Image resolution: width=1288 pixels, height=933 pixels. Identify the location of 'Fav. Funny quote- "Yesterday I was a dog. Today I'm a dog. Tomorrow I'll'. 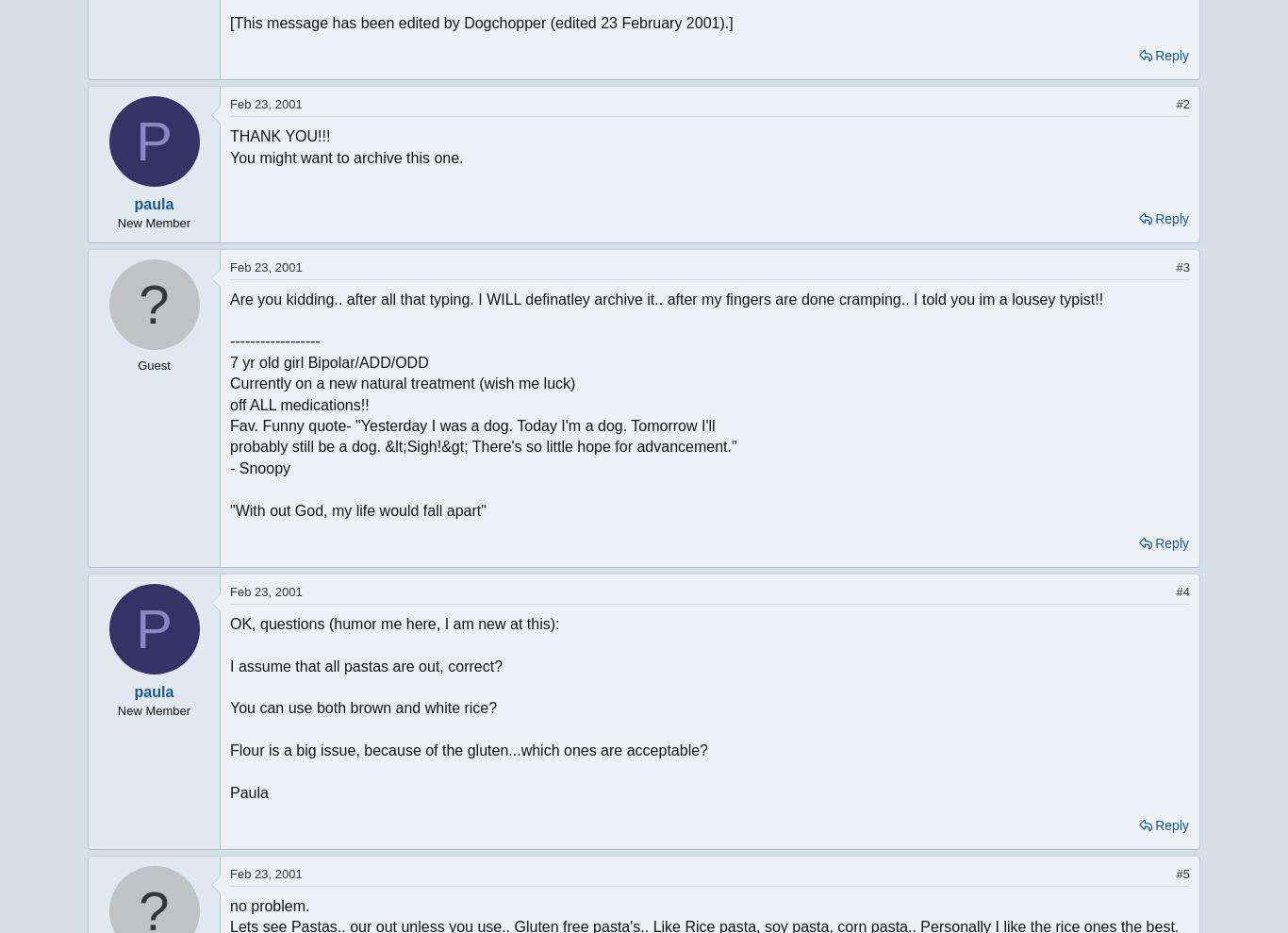
(472, 425).